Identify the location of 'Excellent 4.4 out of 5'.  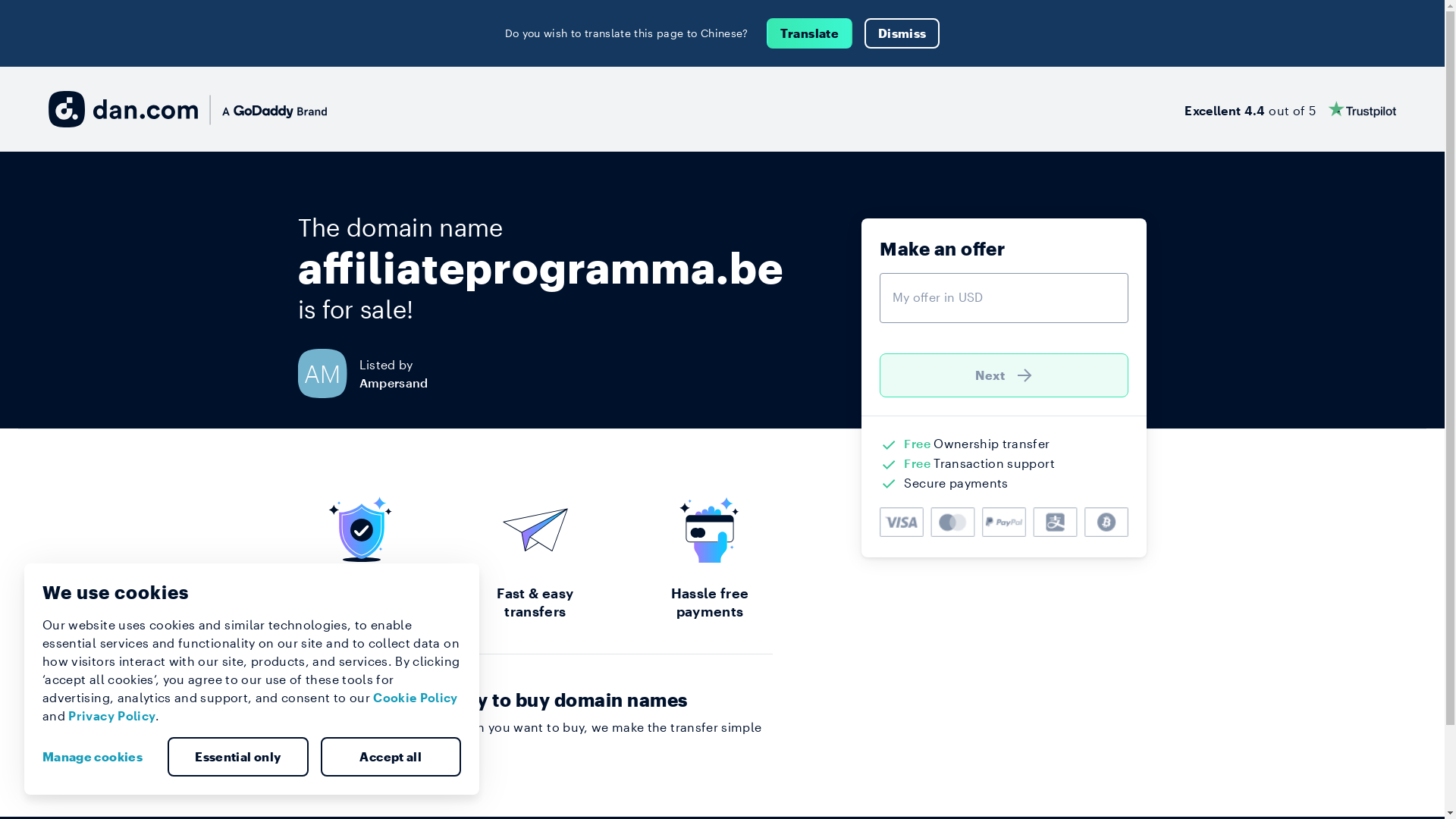
(1289, 108).